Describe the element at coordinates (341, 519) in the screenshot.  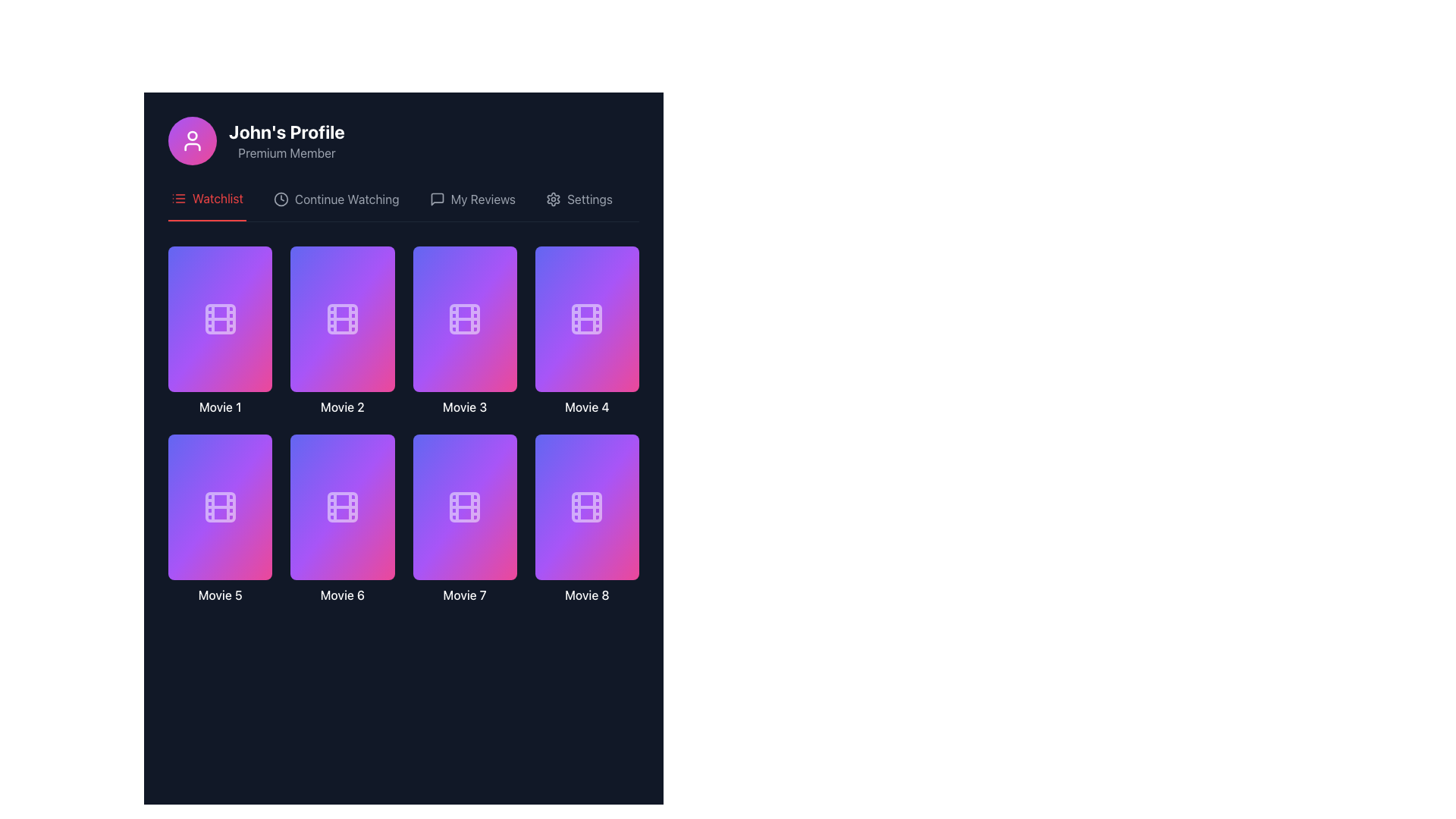
I see `the card labeled 'Movie 6' which is a rectangular button with a gradient background and a film roll icon at its center` at that location.